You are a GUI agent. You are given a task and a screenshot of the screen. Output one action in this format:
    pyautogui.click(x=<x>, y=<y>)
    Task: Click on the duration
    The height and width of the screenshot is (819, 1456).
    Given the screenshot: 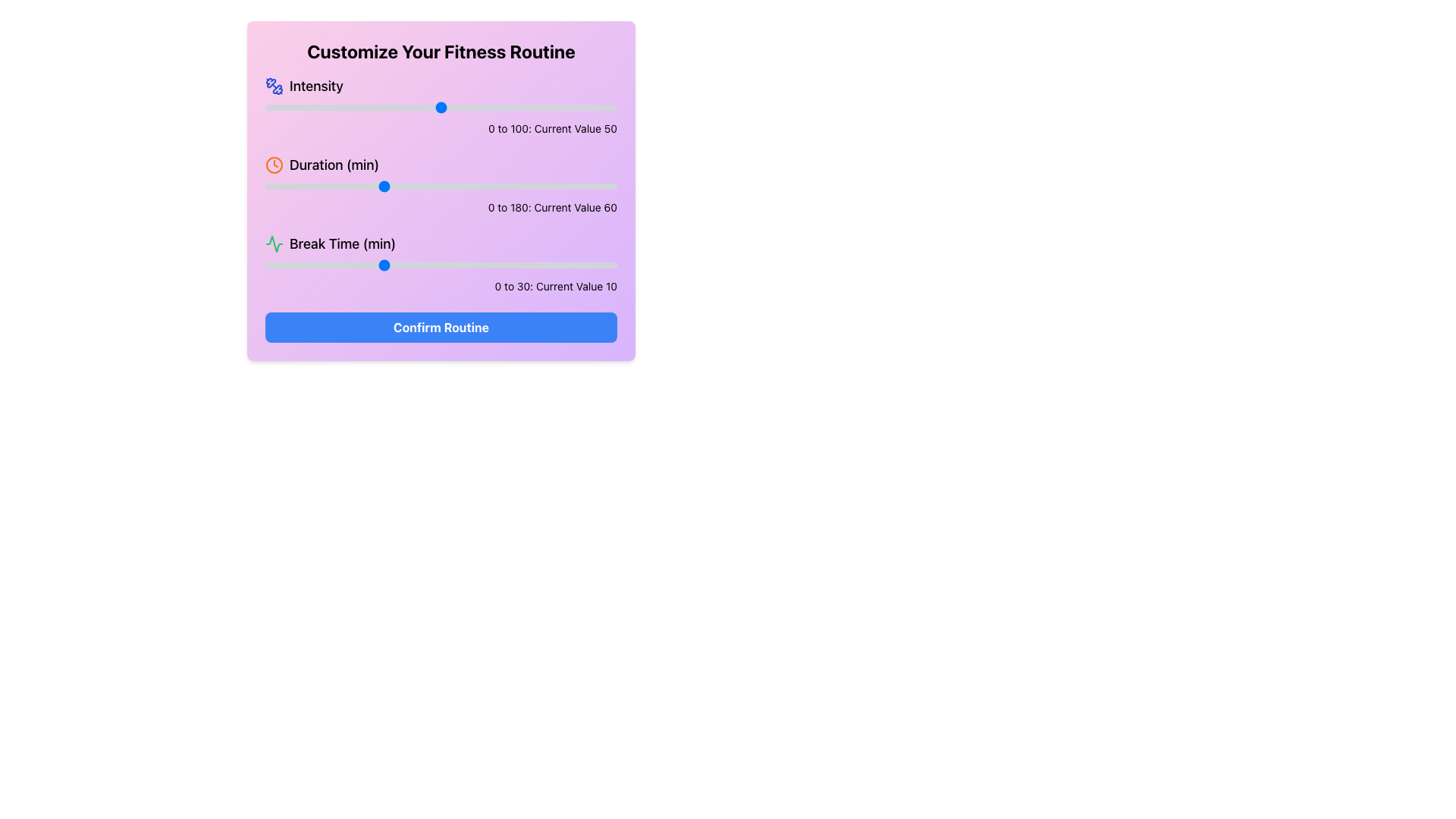 What is the action you would take?
    pyautogui.click(x=267, y=186)
    